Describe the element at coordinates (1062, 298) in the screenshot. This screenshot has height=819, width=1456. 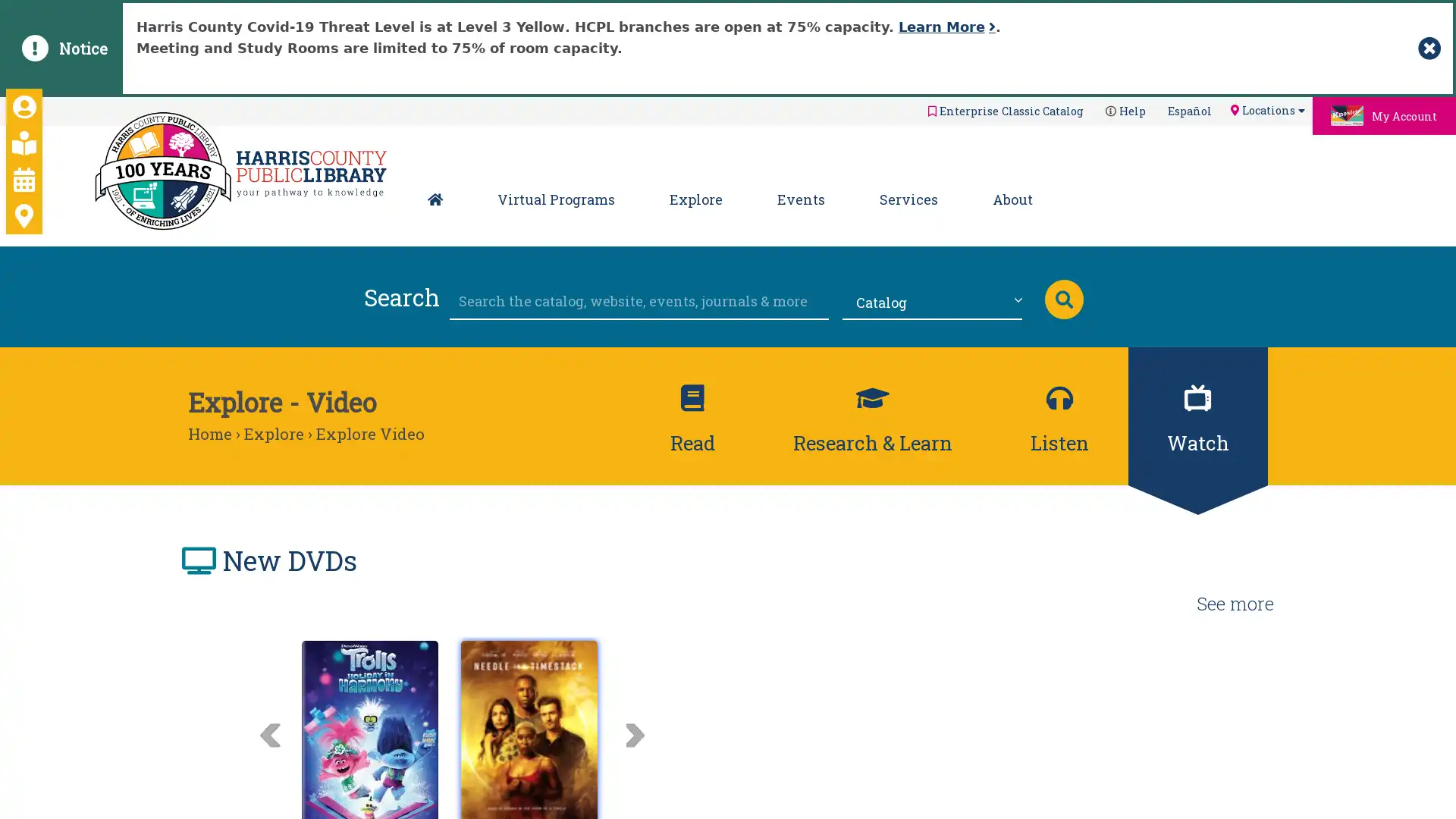
I see `Search` at that location.